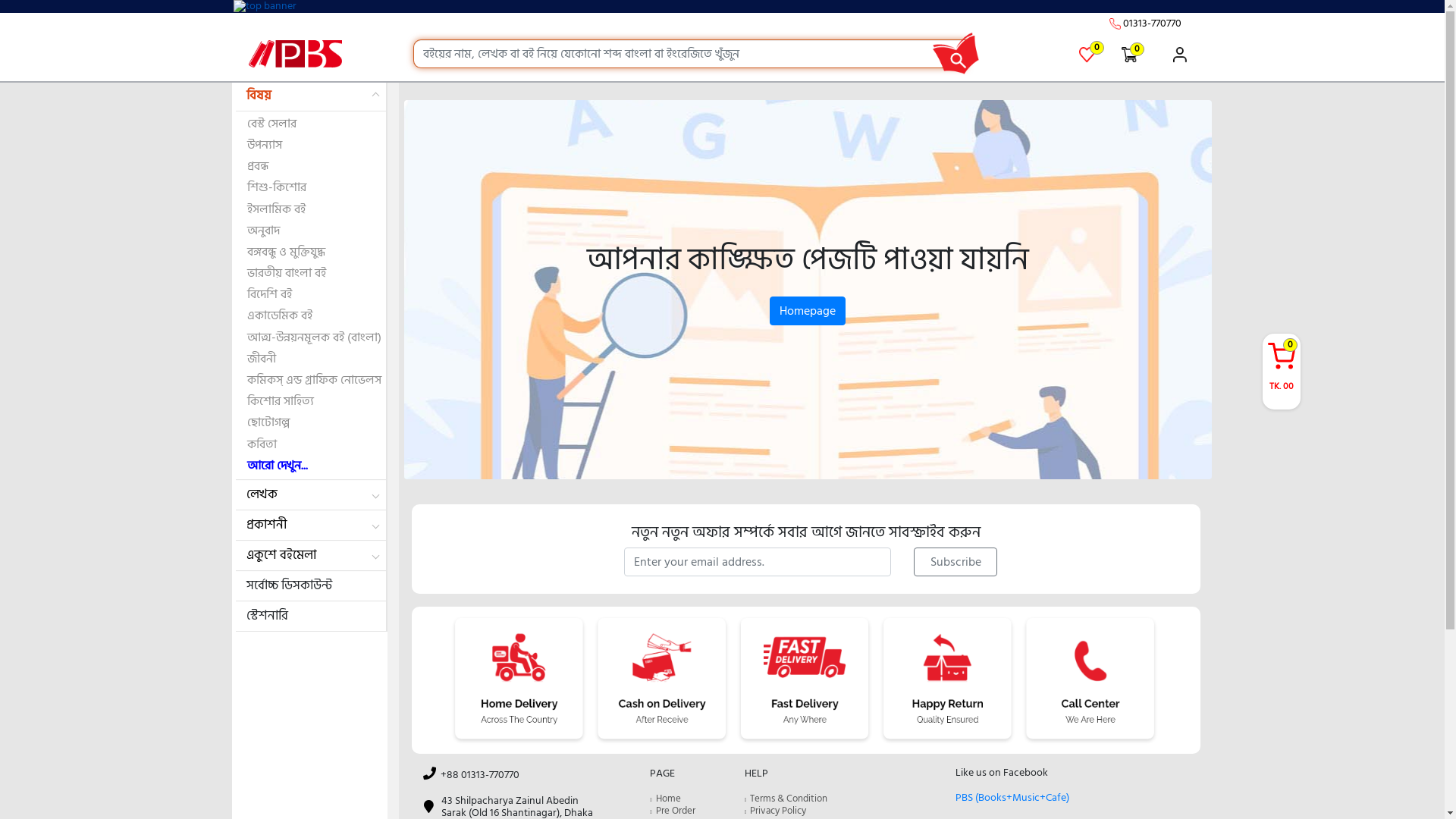 The height and width of the screenshot is (819, 1456). Describe the element at coordinates (789, 798) in the screenshot. I see `'Terms & Condition'` at that location.